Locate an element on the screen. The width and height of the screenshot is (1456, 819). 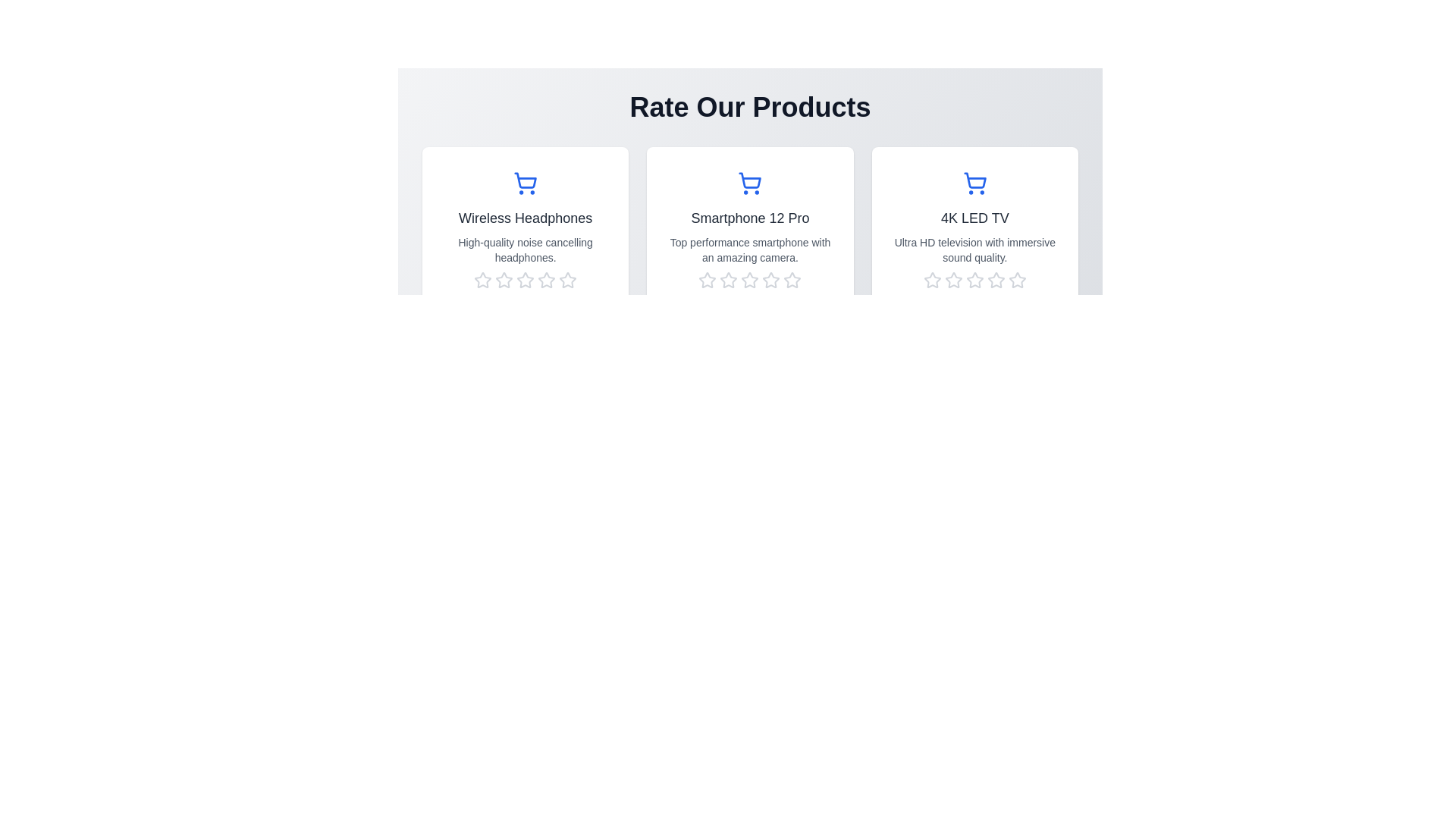
the product card for Smartphone 12 Pro is located at coordinates (750, 237).